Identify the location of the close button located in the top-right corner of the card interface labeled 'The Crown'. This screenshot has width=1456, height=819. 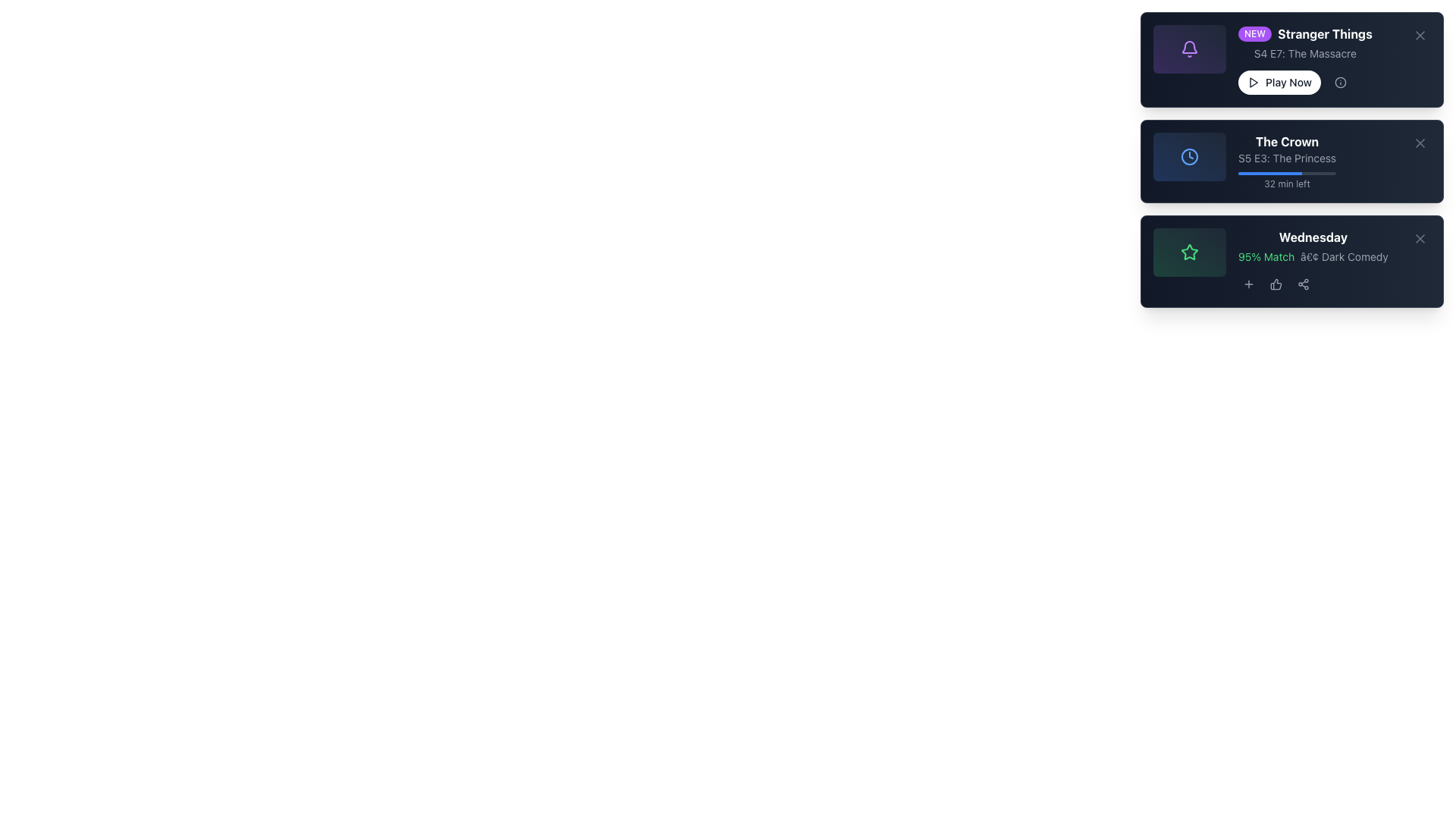
(1419, 143).